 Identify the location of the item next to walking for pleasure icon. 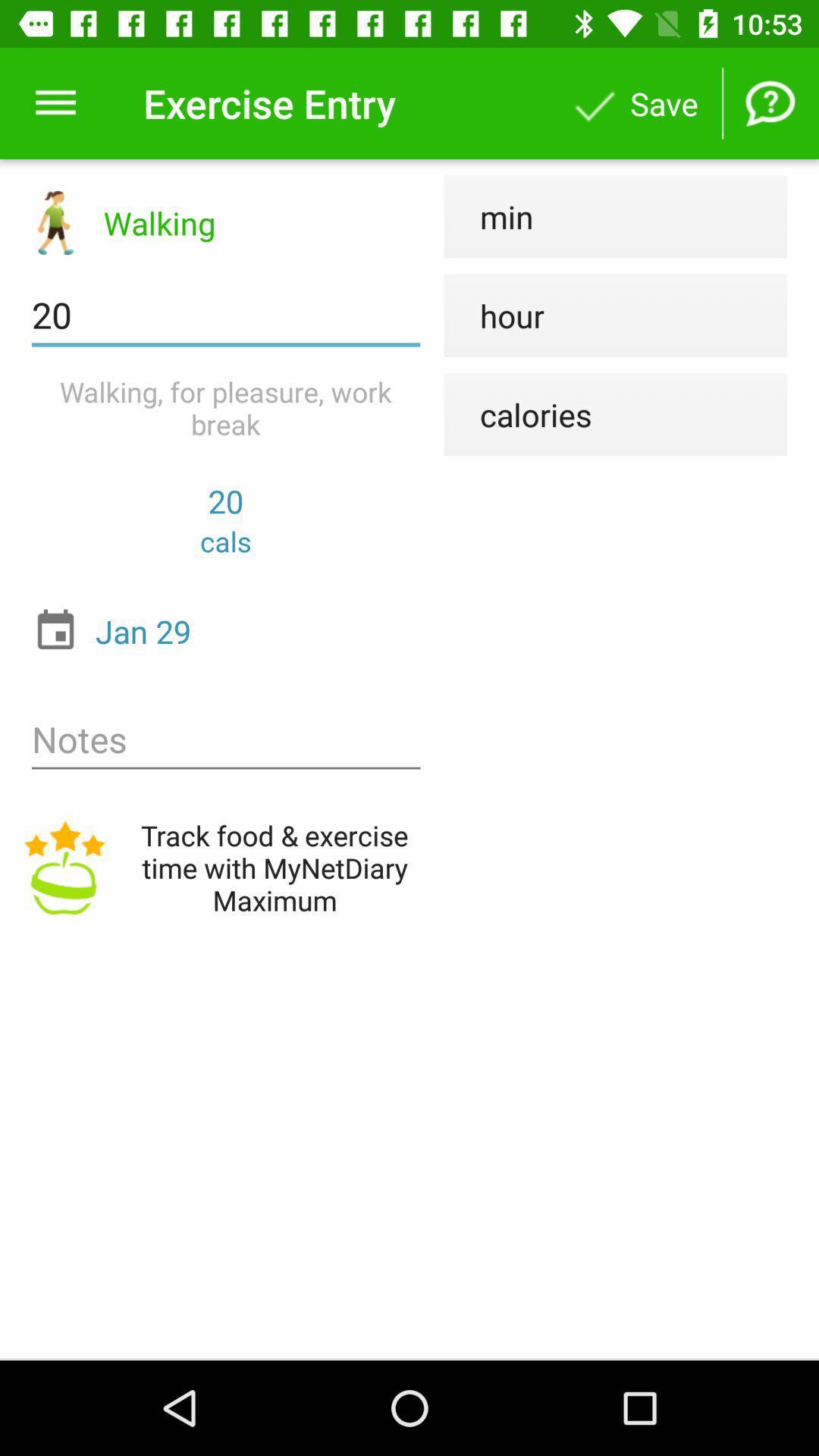
(517, 414).